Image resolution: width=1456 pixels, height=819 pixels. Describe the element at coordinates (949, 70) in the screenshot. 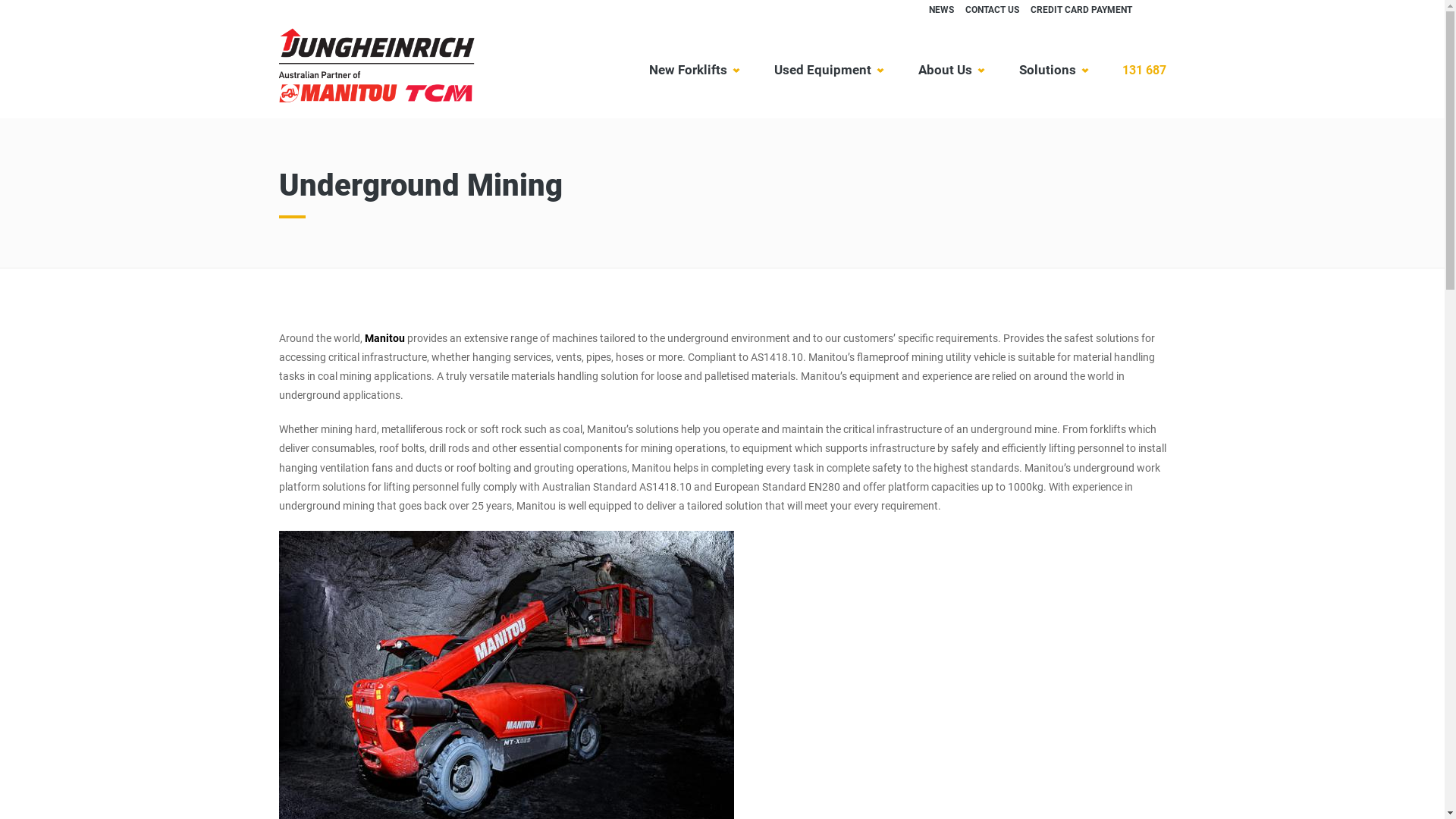

I see `'About Us'` at that location.